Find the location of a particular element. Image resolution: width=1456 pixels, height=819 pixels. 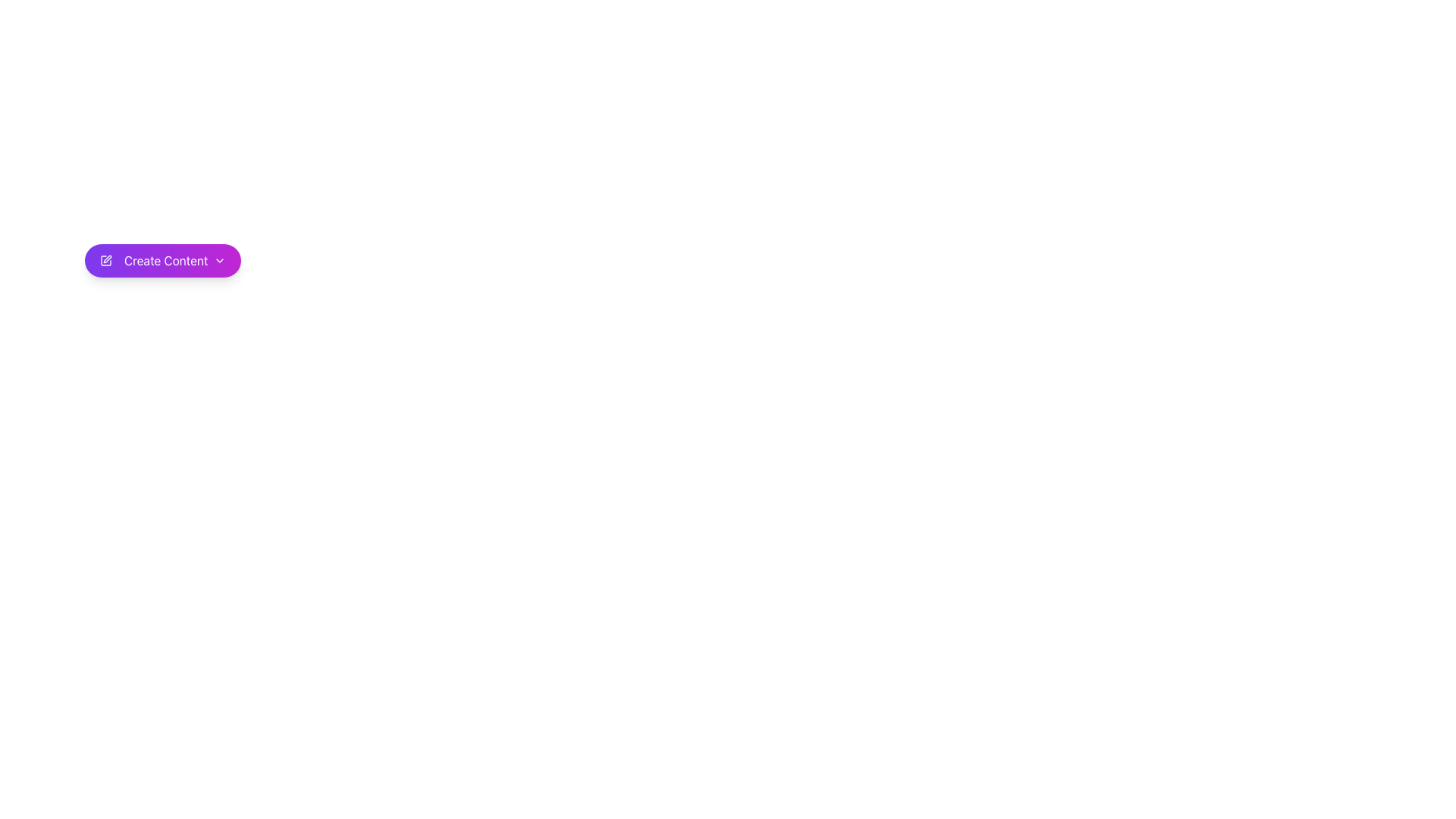

the small square icon located on the left side of the purple button labeled 'Create Content' is located at coordinates (105, 259).